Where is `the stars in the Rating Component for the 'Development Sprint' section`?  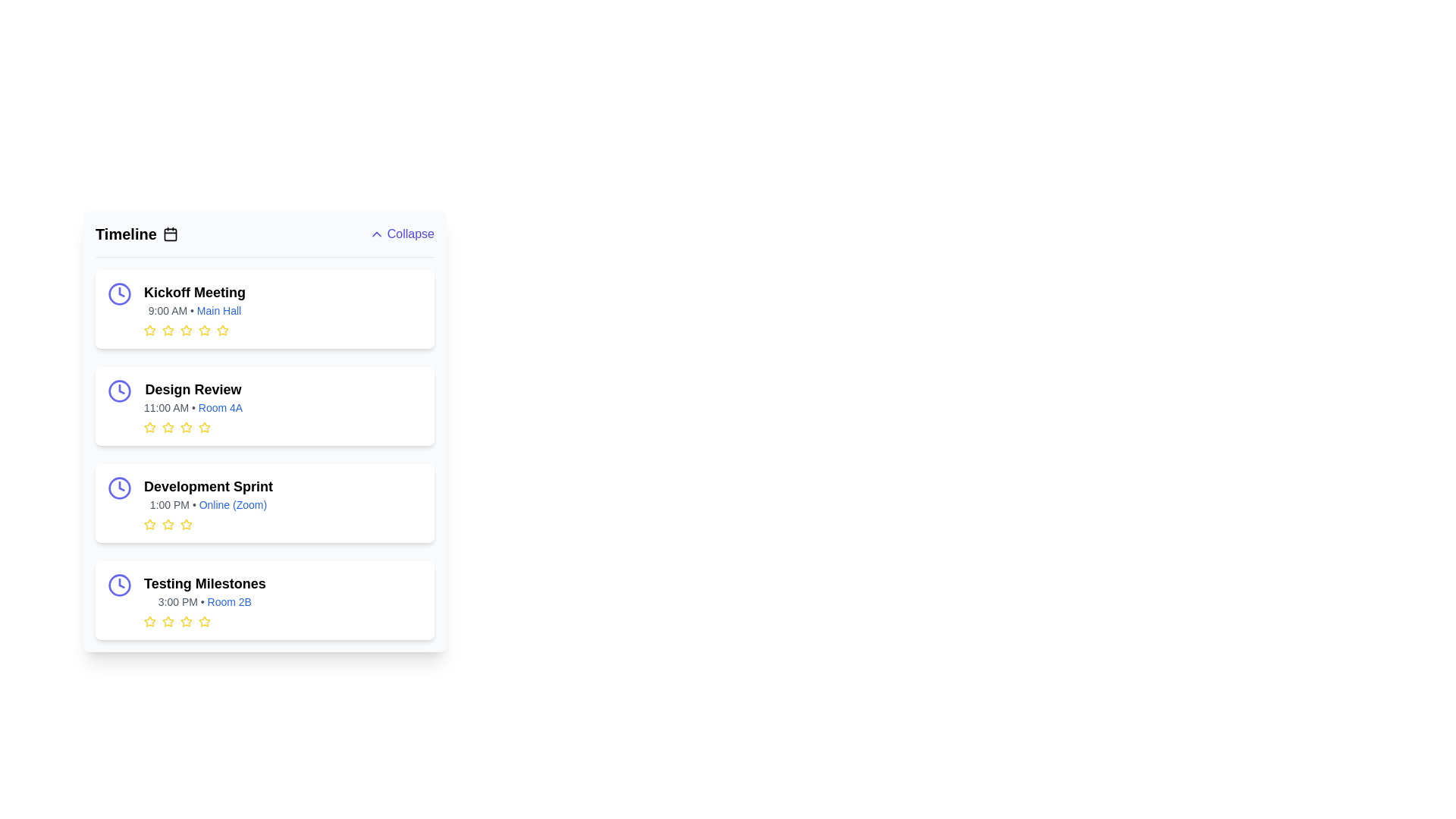
the stars in the Rating Component for the 'Development Sprint' section is located at coordinates (207, 523).